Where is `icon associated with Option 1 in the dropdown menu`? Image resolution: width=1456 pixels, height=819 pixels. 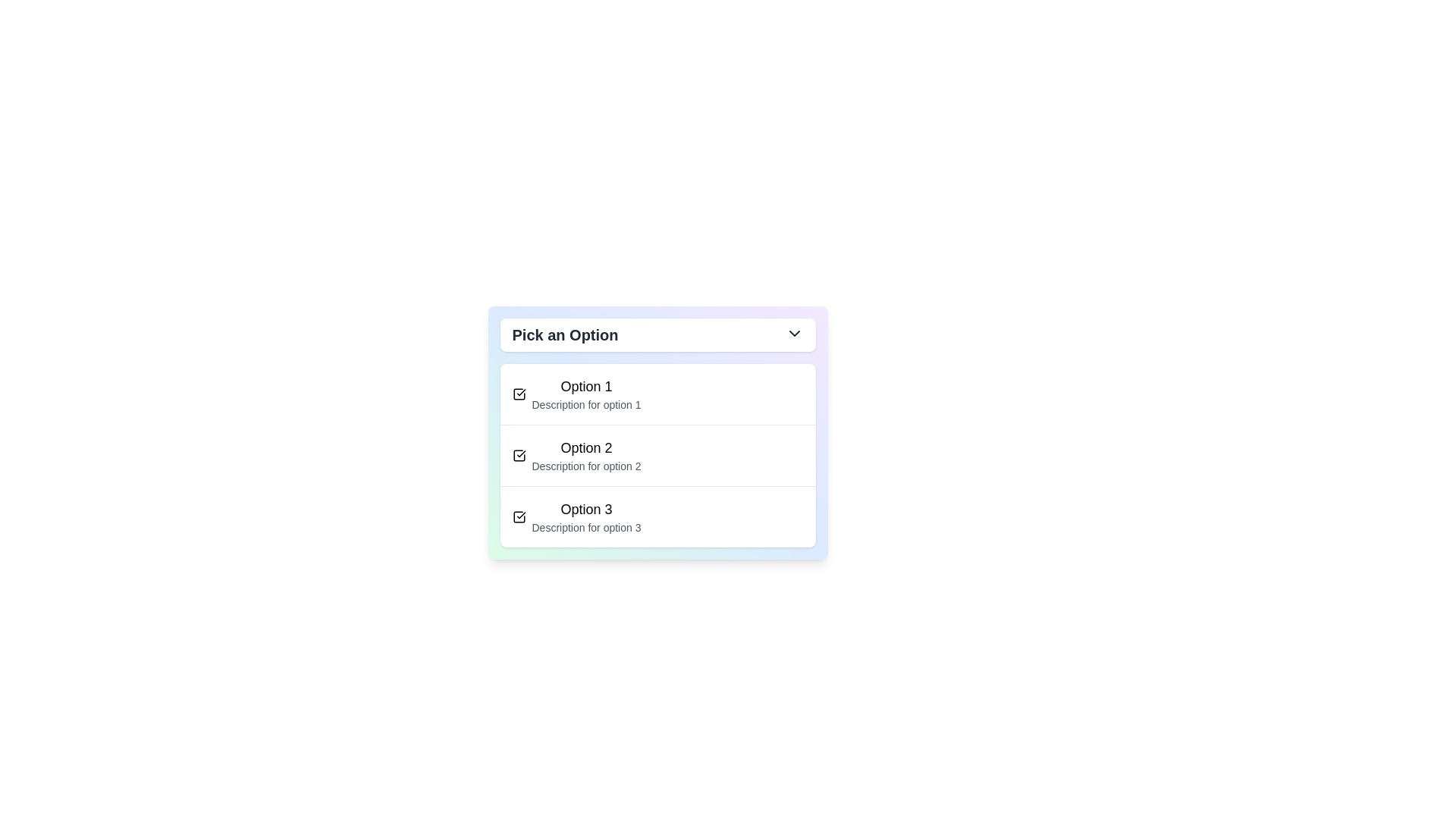 icon associated with Option 1 in the dropdown menu is located at coordinates (519, 394).